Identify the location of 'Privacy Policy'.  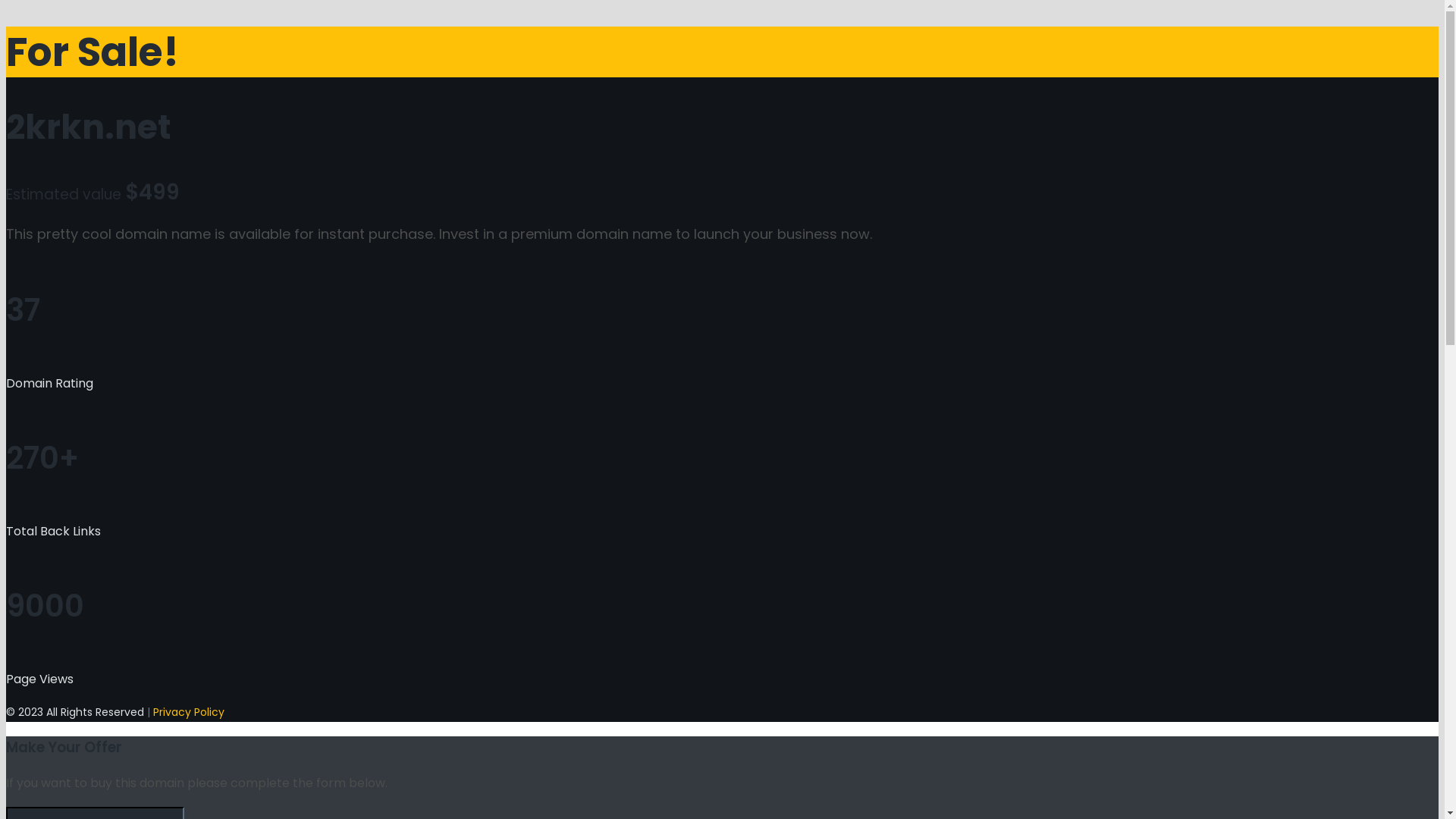
(188, 711).